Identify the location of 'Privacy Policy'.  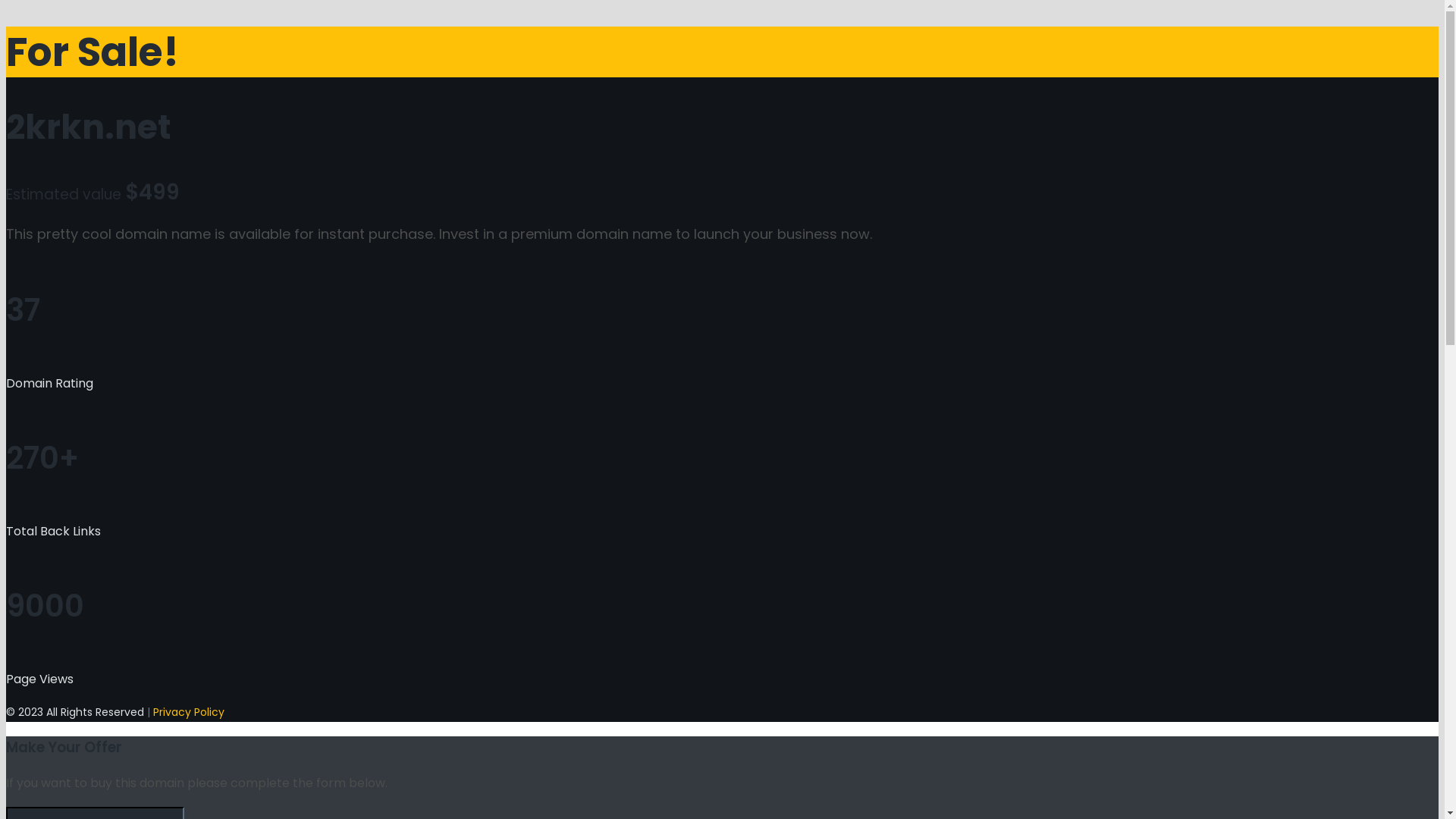
(188, 711).